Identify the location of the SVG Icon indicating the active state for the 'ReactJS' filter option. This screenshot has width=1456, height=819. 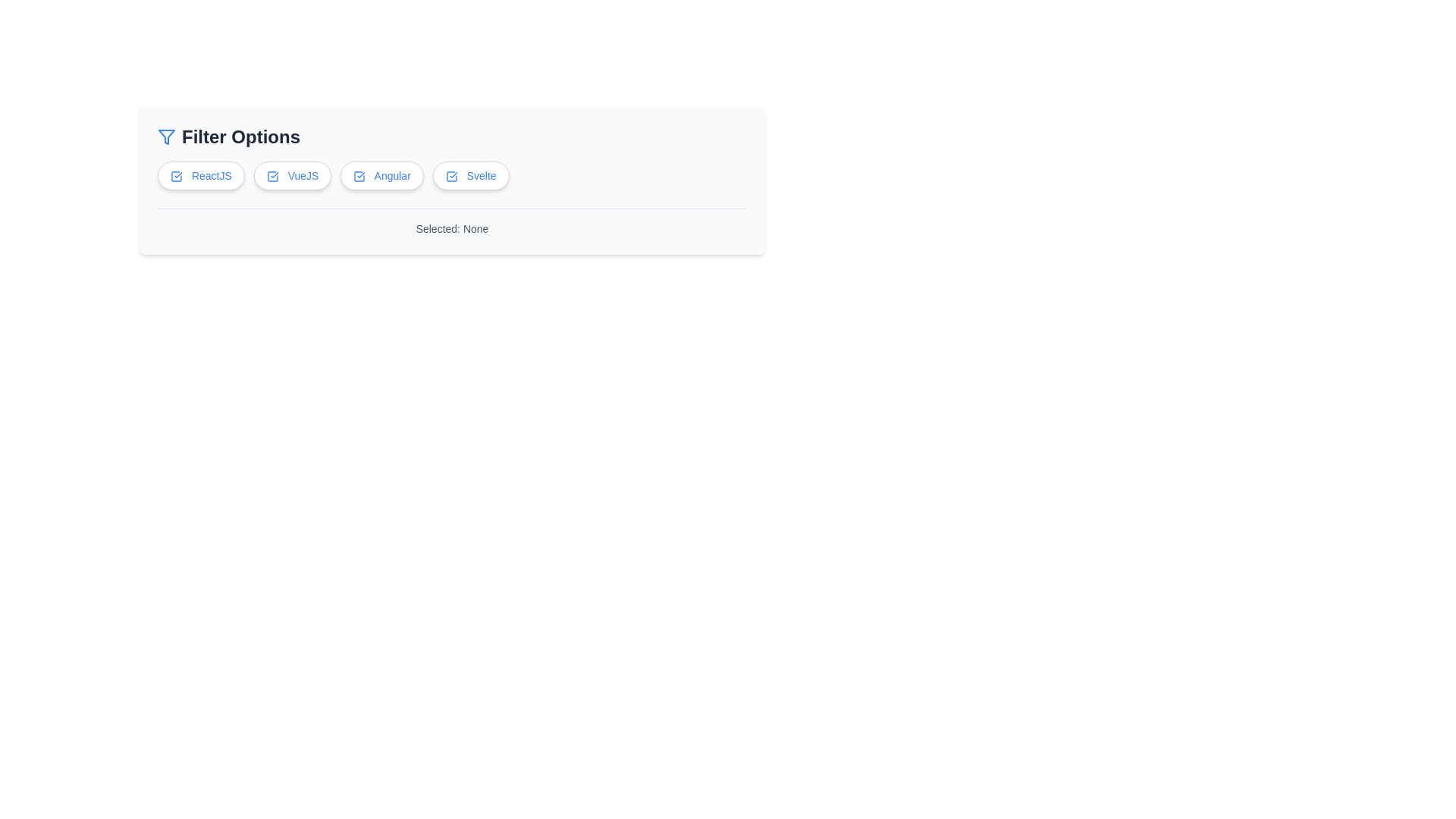
(177, 175).